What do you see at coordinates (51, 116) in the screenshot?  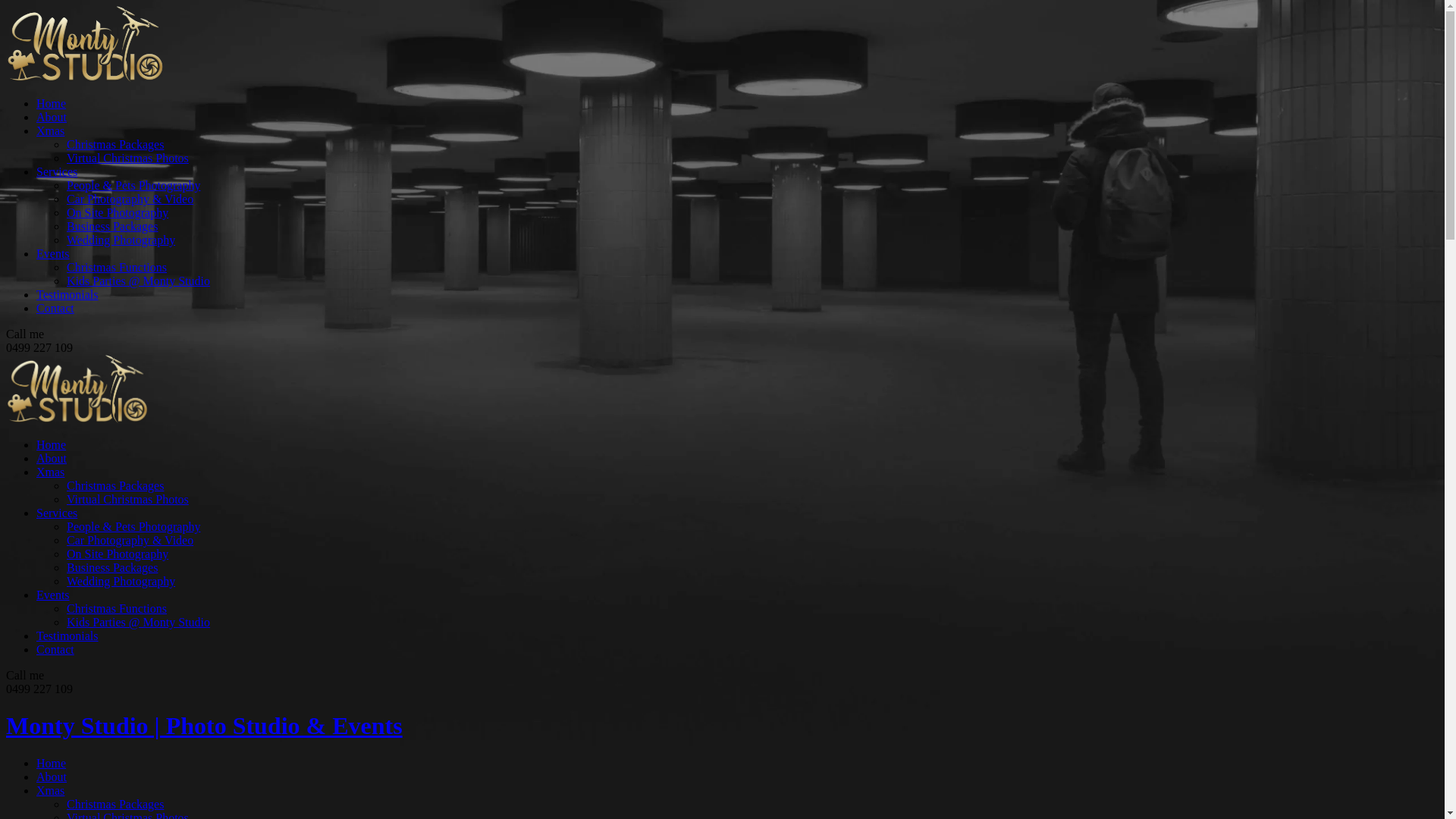 I see `'About'` at bounding box center [51, 116].